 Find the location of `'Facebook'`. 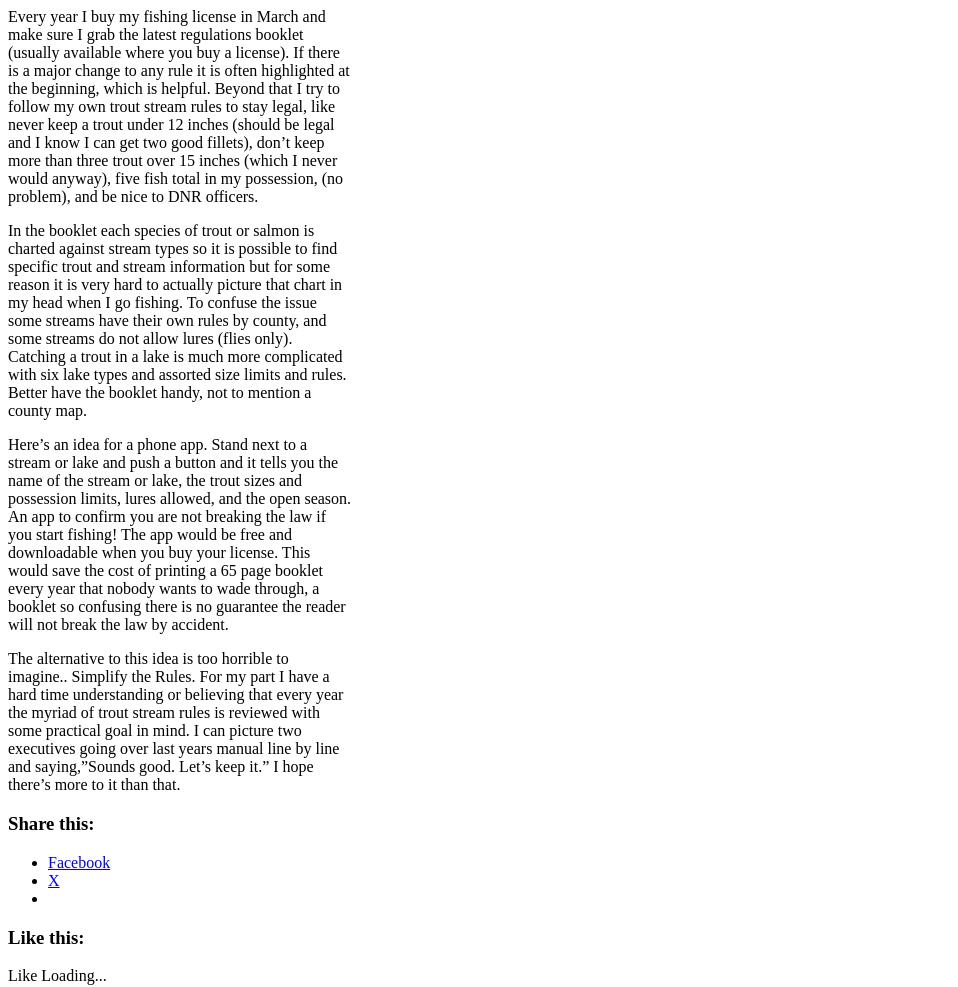

'Facebook' is located at coordinates (78, 860).